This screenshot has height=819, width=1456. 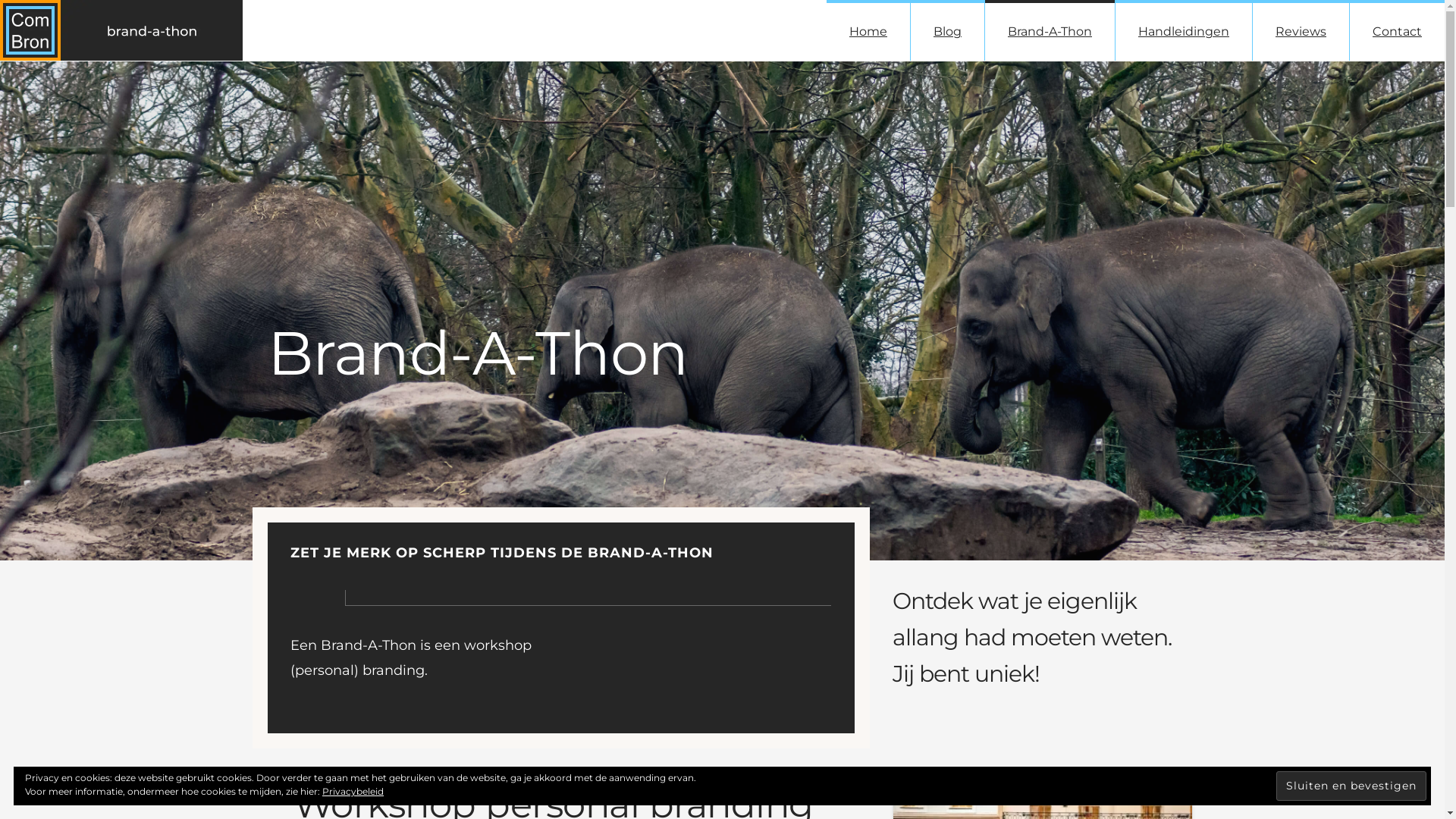 I want to click on 'Sluiten en bevestigen', so click(x=1351, y=785).